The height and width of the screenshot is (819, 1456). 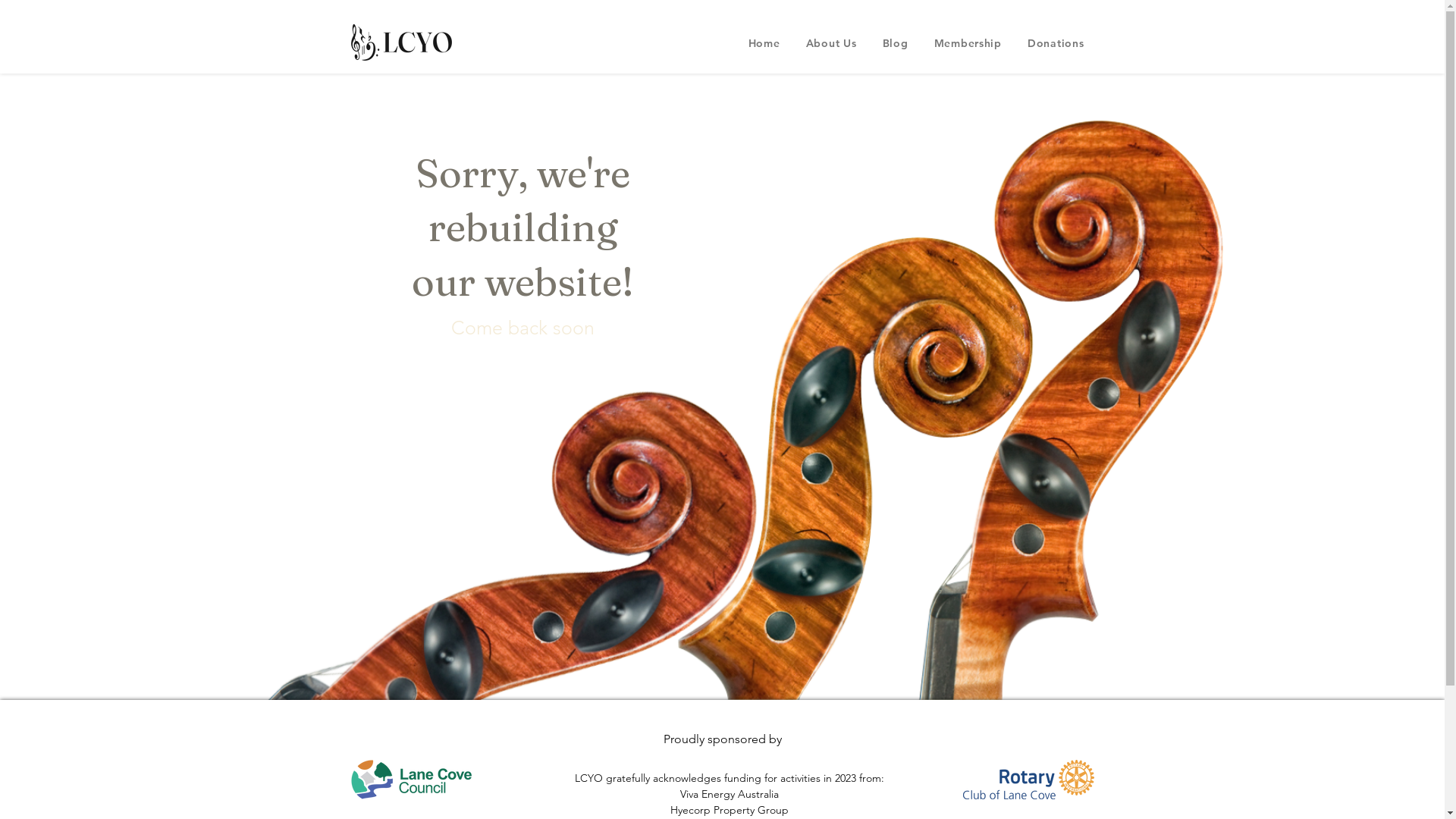 I want to click on 'About Us', so click(x=830, y=42).